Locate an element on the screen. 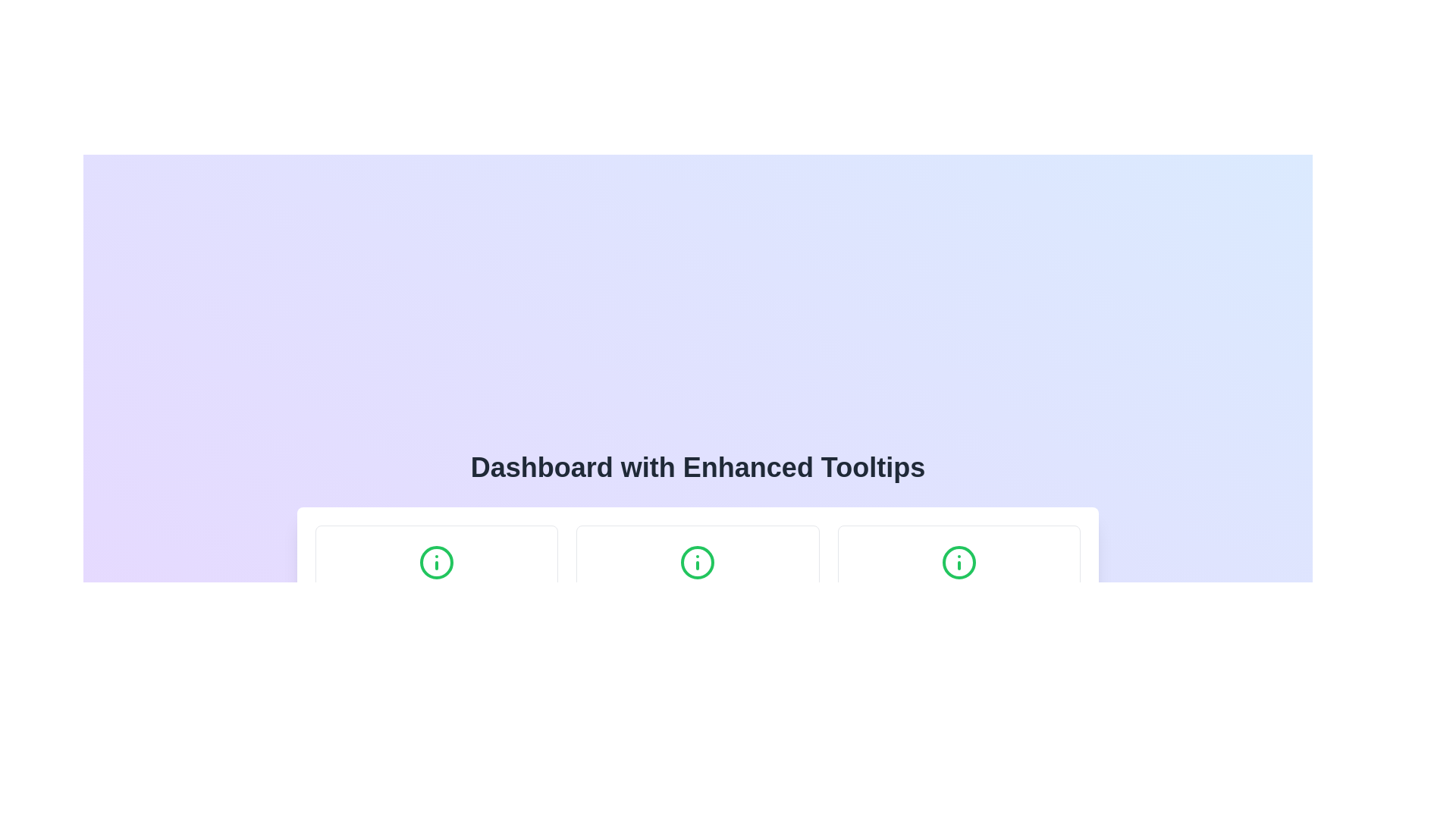 This screenshot has width=1456, height=819. the informational icon located at the top center of the 'Profile Settings' box is located at coordinates (436, 562).